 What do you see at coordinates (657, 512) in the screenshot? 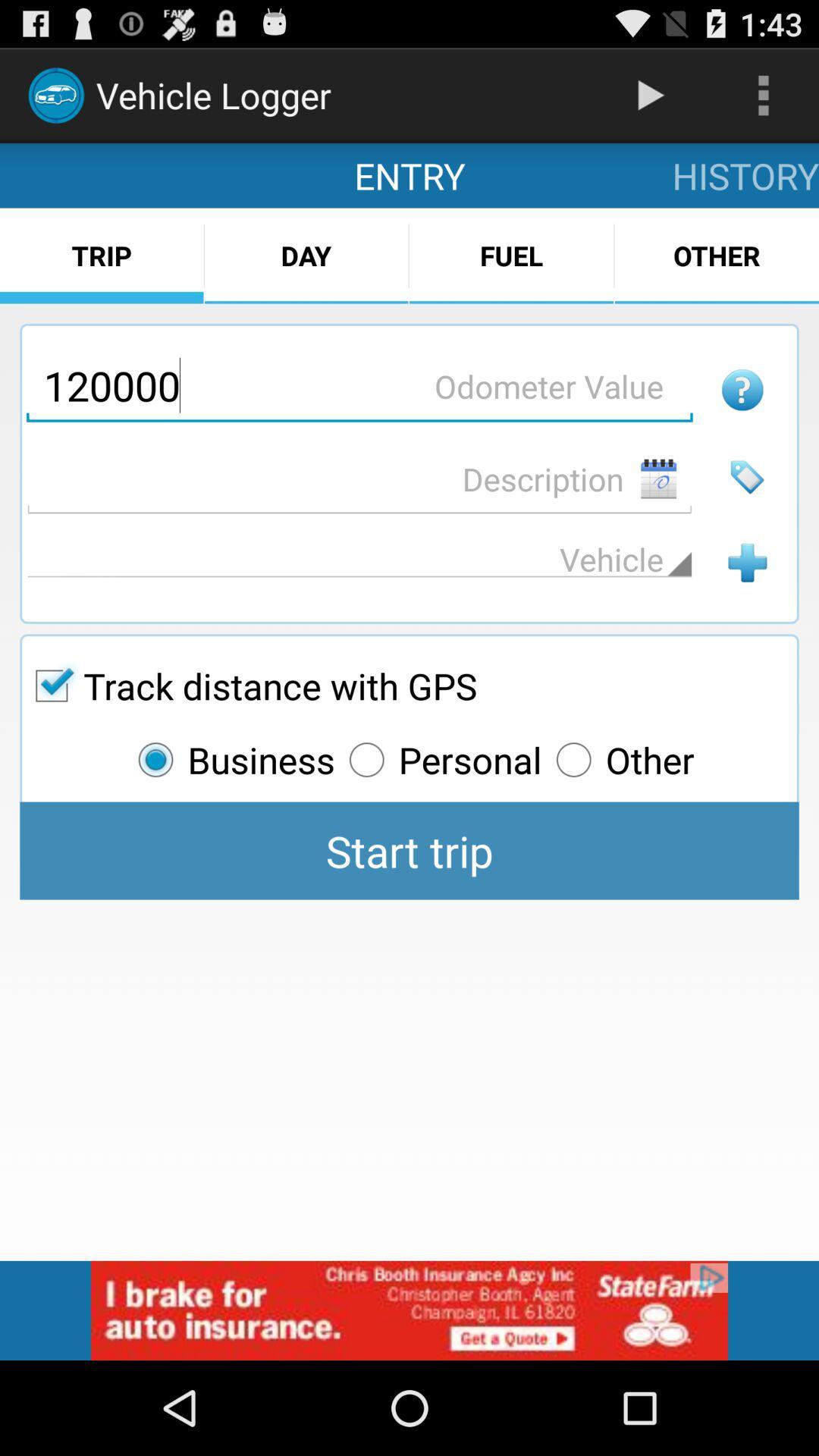
I see `the date_range icon` at bounding box center [657, 512].